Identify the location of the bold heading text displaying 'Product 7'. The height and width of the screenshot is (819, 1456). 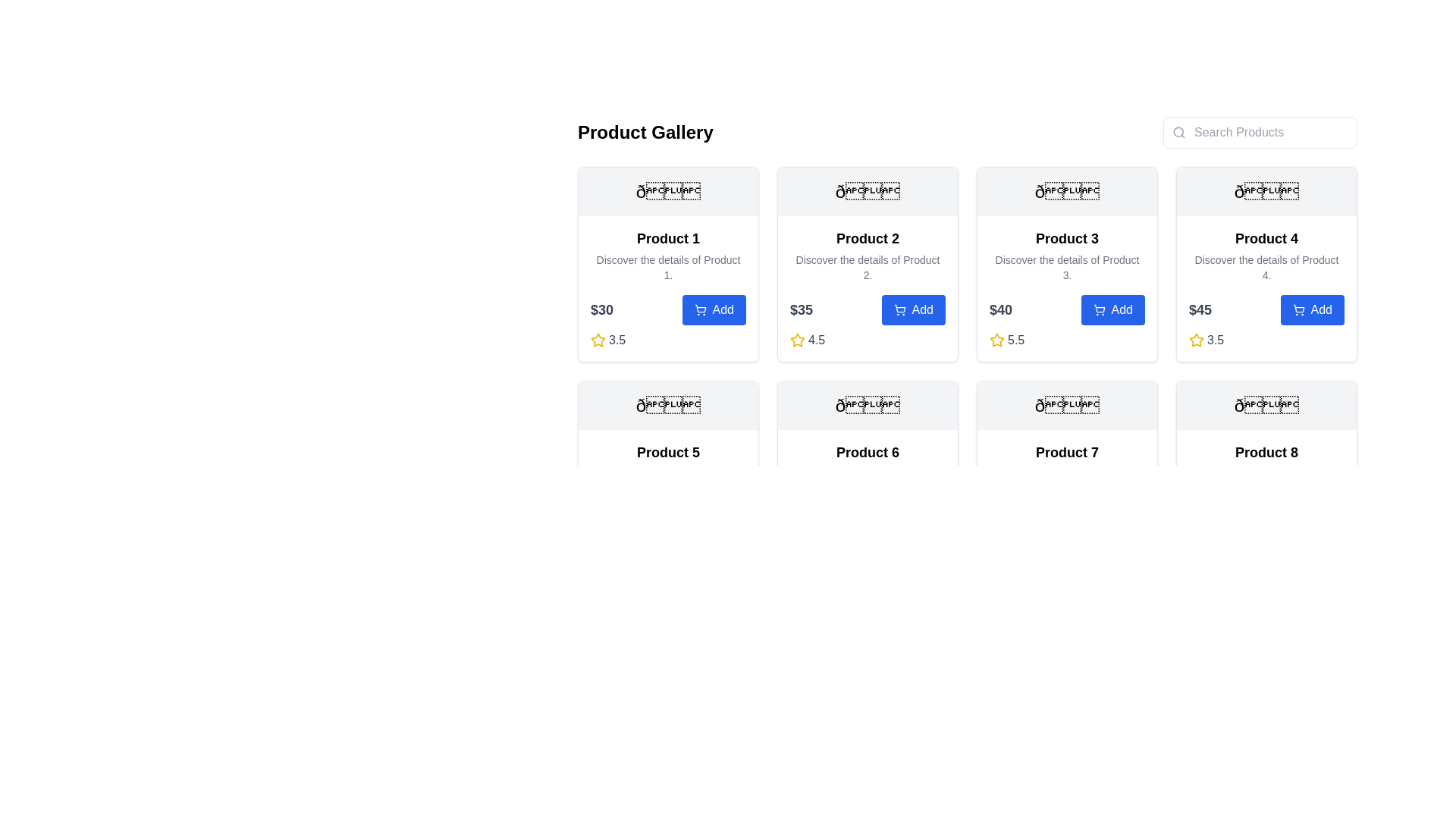
(1066, 452).